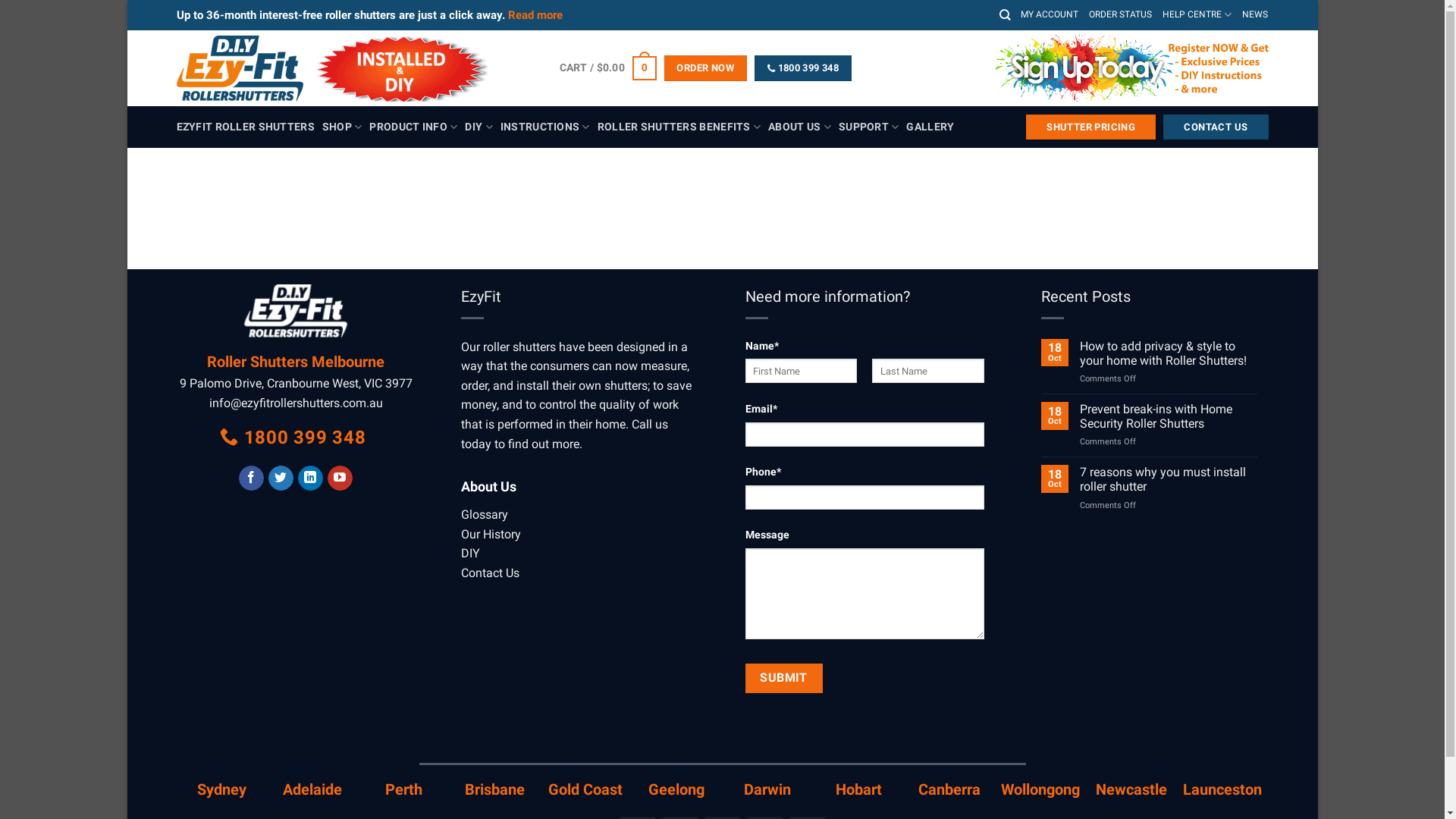 The width and height of the screenshot is (1456, 819). What do you see at coordinates (799, 126) in the screenshot?
I see `'ABOUT US'` at bounding box center [799, 126].